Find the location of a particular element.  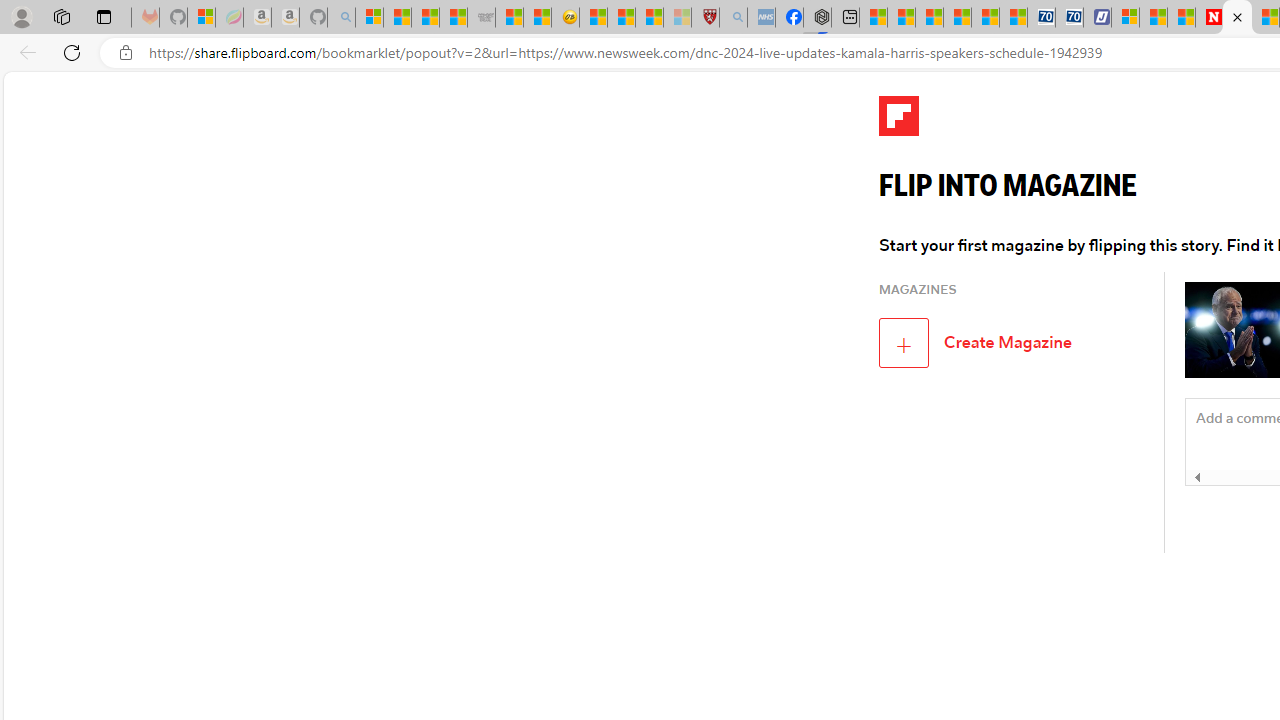

'Nordace - Nordace Siena Is Not An Ordinary Backpack' is located at coordinates (817, 17).